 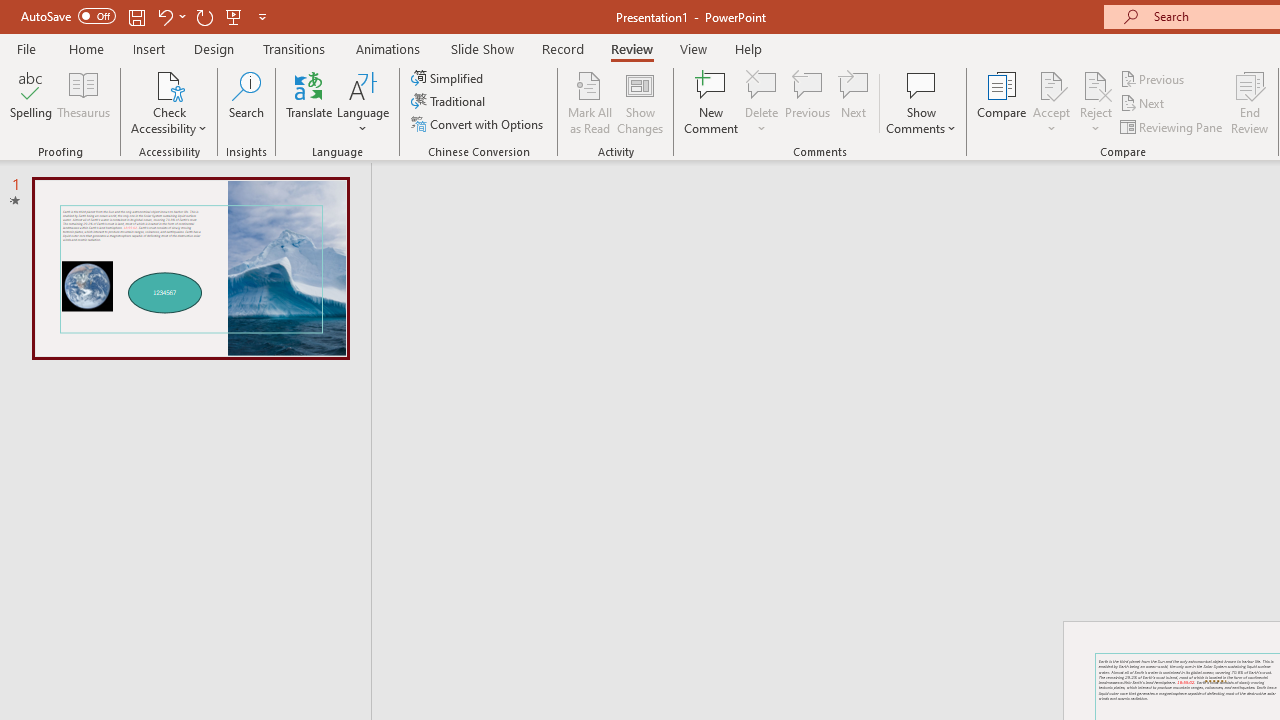 What do you see at coordinates (1144, 103) in the screenshot?
I see `'Next'` at bounding box center [1144, 103].